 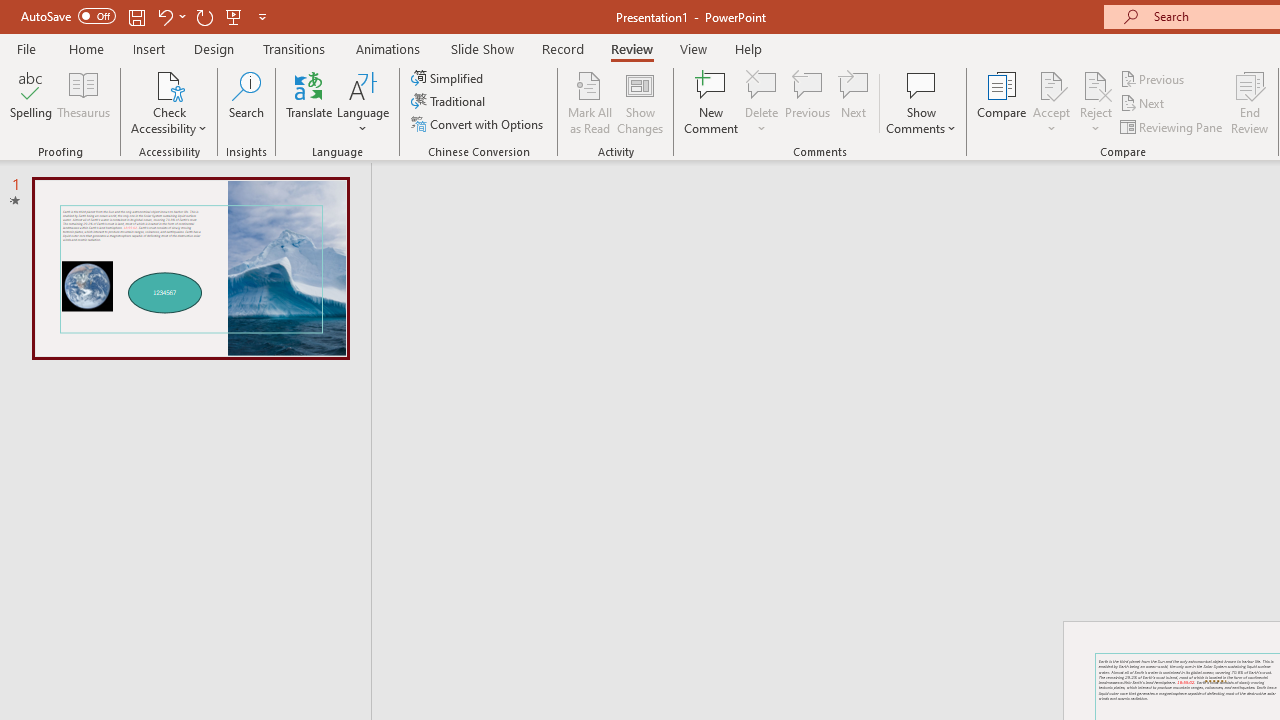 What do you see at coordinates (1144, 103) in the screenshot?
I see `'Next'` at bounding box center [1144, 103].